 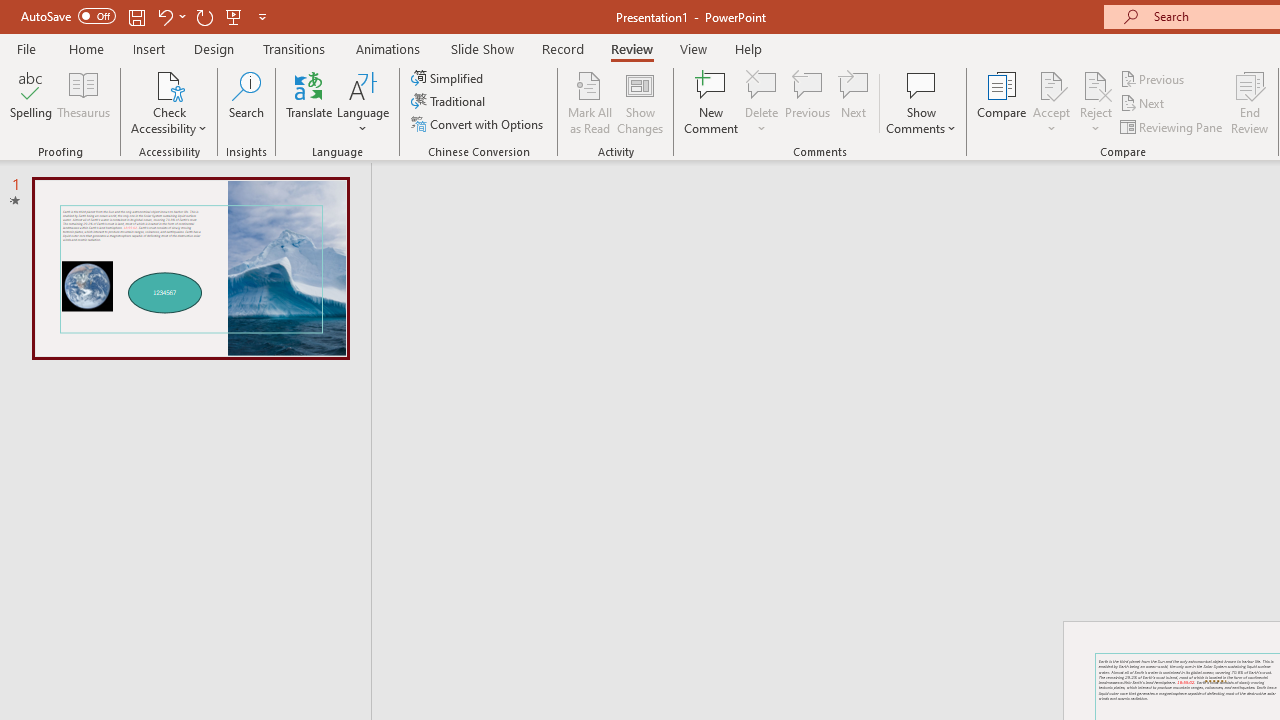 What do you see at coordinates (1144, 103) in the screenshot?
I see `'Next'` at bounding box center [1144, 103].